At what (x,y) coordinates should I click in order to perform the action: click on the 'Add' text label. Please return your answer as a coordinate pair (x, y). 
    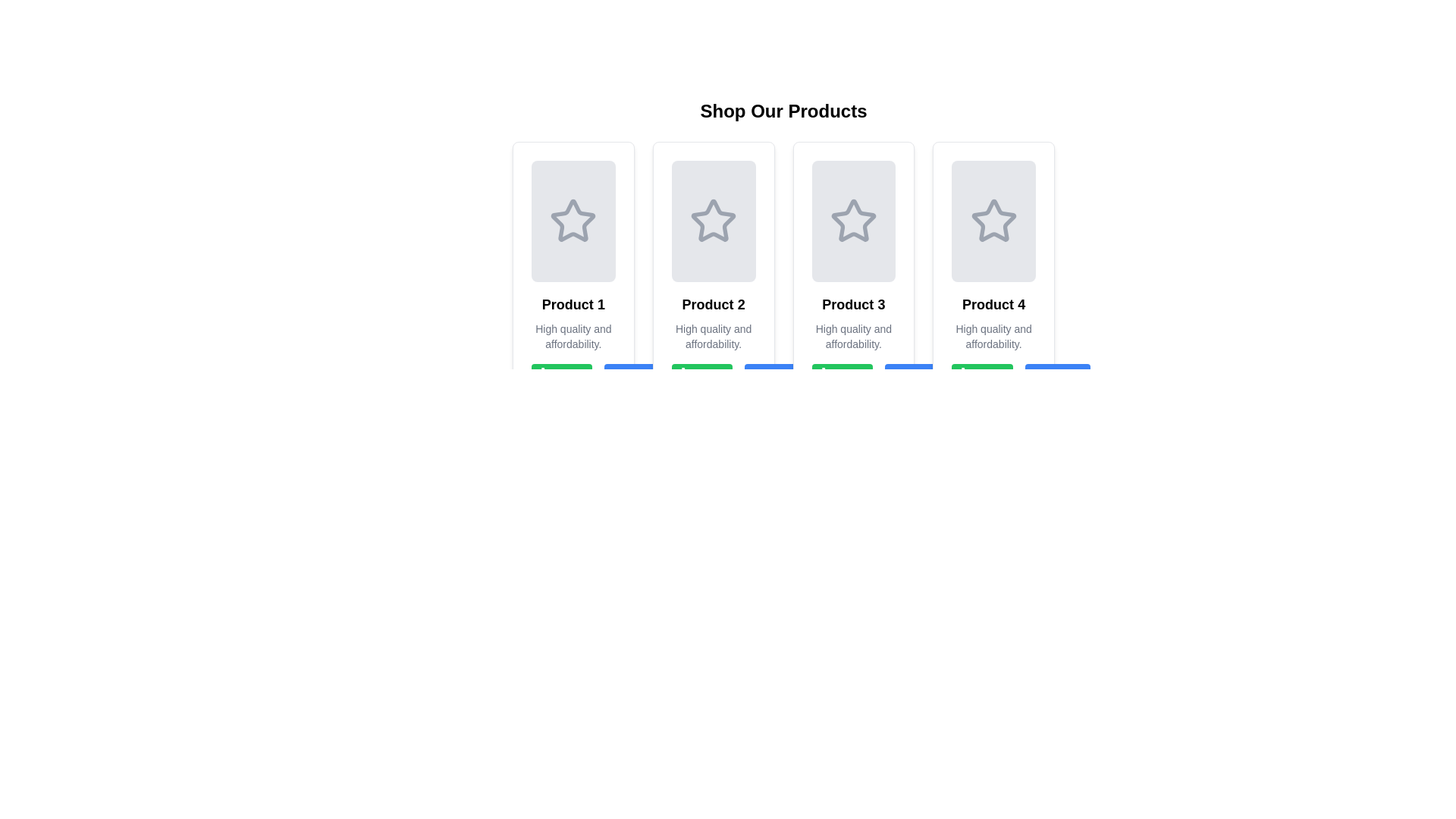
    Looking at the image, I should click on (993, 375).